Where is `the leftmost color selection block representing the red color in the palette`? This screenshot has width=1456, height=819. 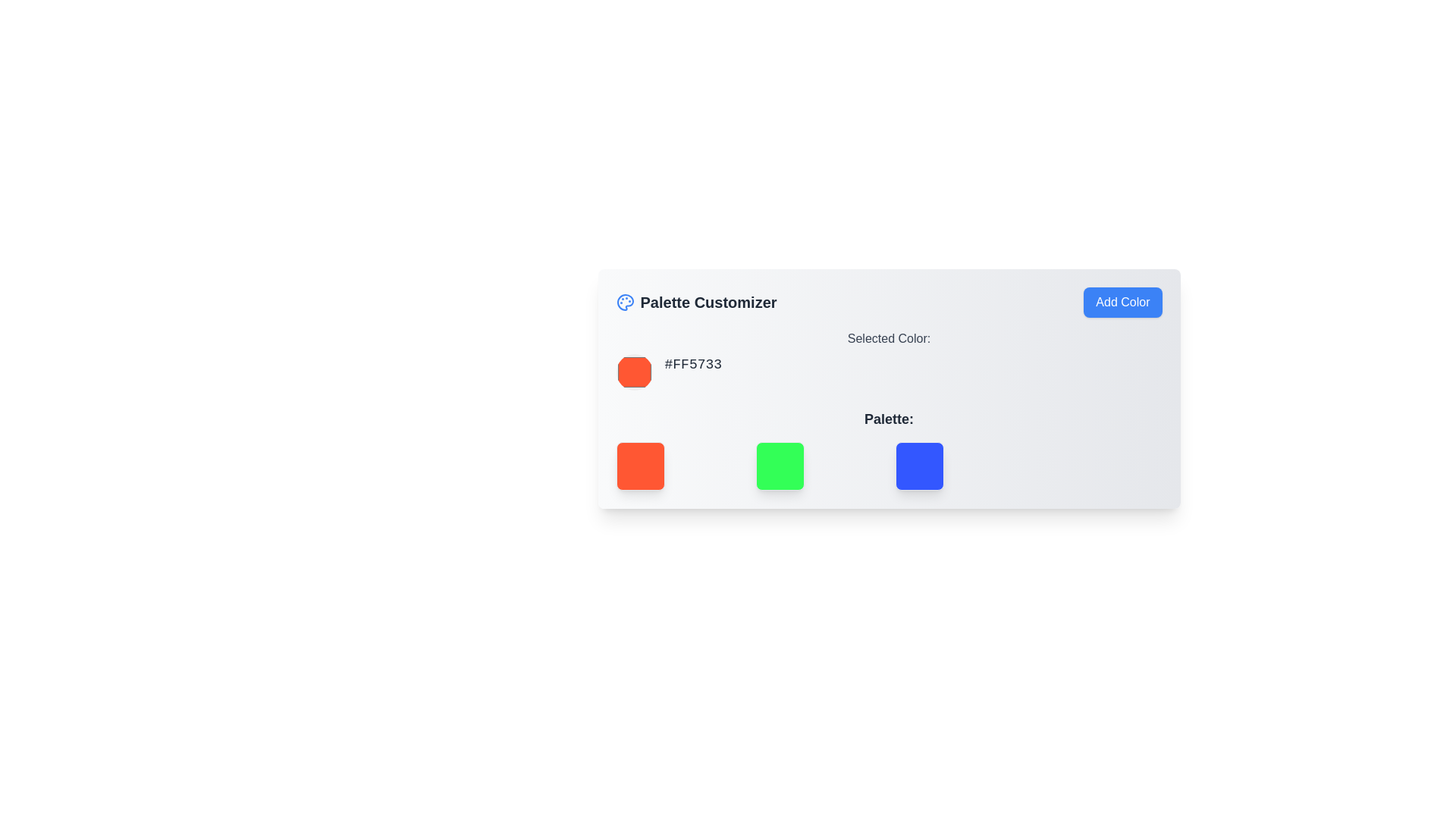
the leftmost color selection block representing the red color in the palette is located at coordinates (640, 465).